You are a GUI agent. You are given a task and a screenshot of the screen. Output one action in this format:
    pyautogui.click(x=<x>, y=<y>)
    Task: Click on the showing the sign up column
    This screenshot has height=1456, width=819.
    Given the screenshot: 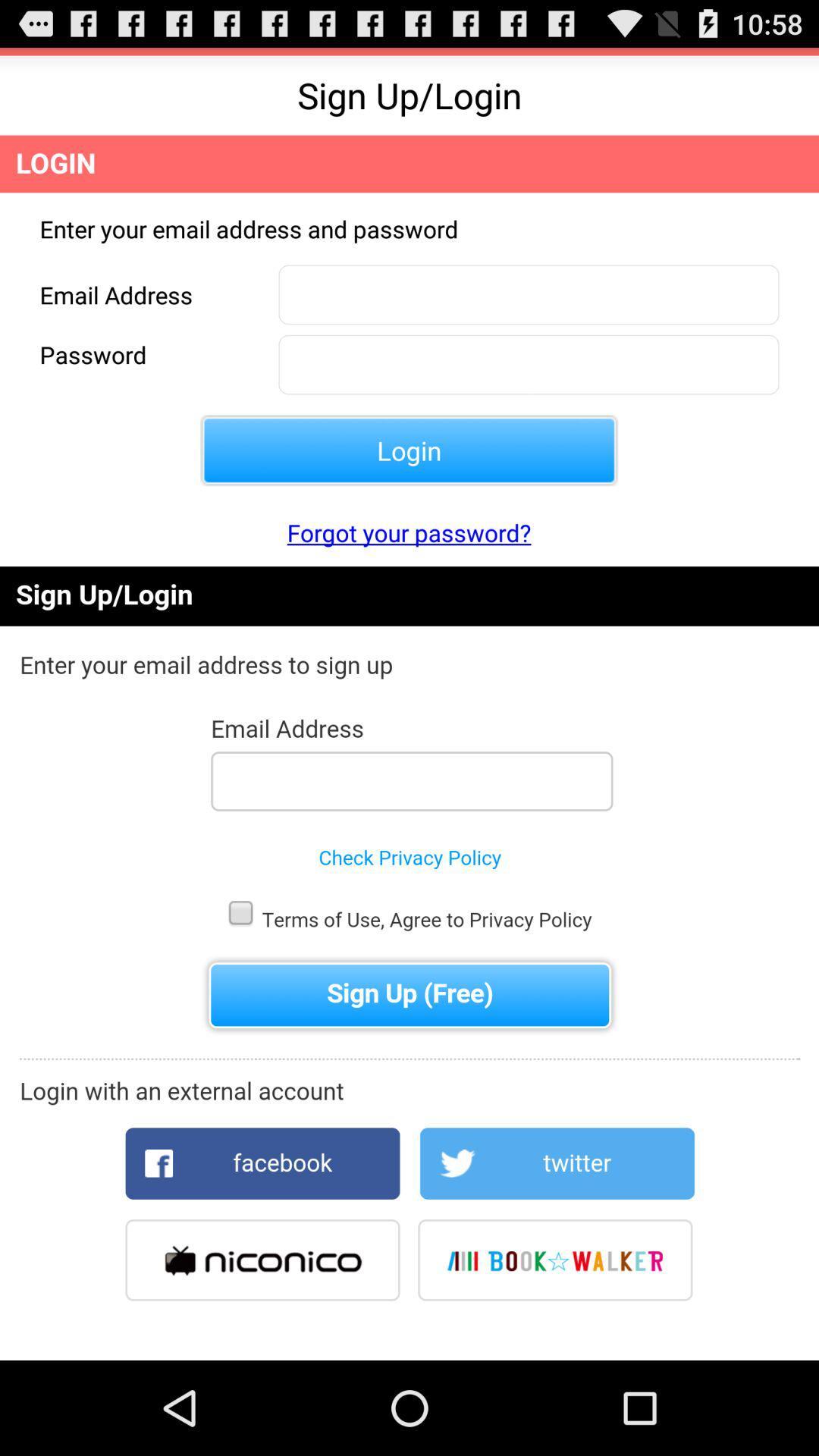 What is the action you would take?
    pyautogui.click(x=409, y=962)
    